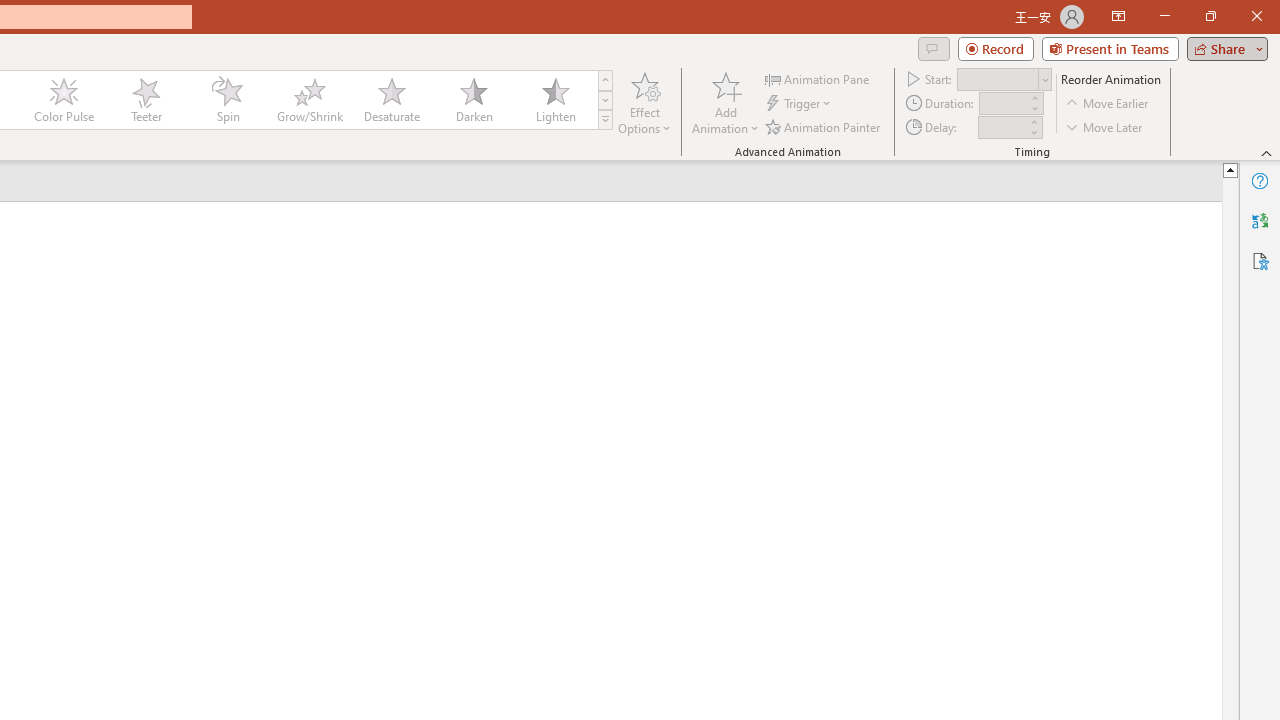  Describe the element at coordinates (1106, 103) in the screenshot. I see `'Move Earlier'` at that location.